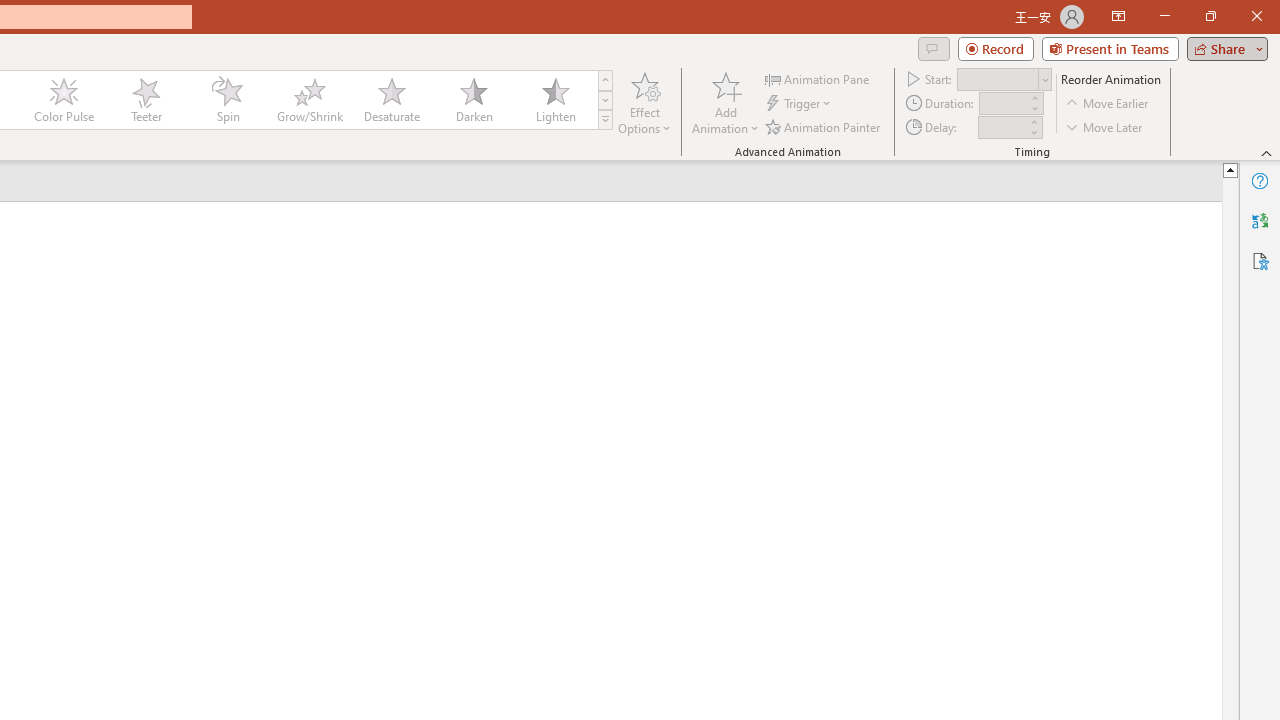  Describe the element at coordinates (1106, 103) in the screenshot. I see `'Move Earlier'` at that location.